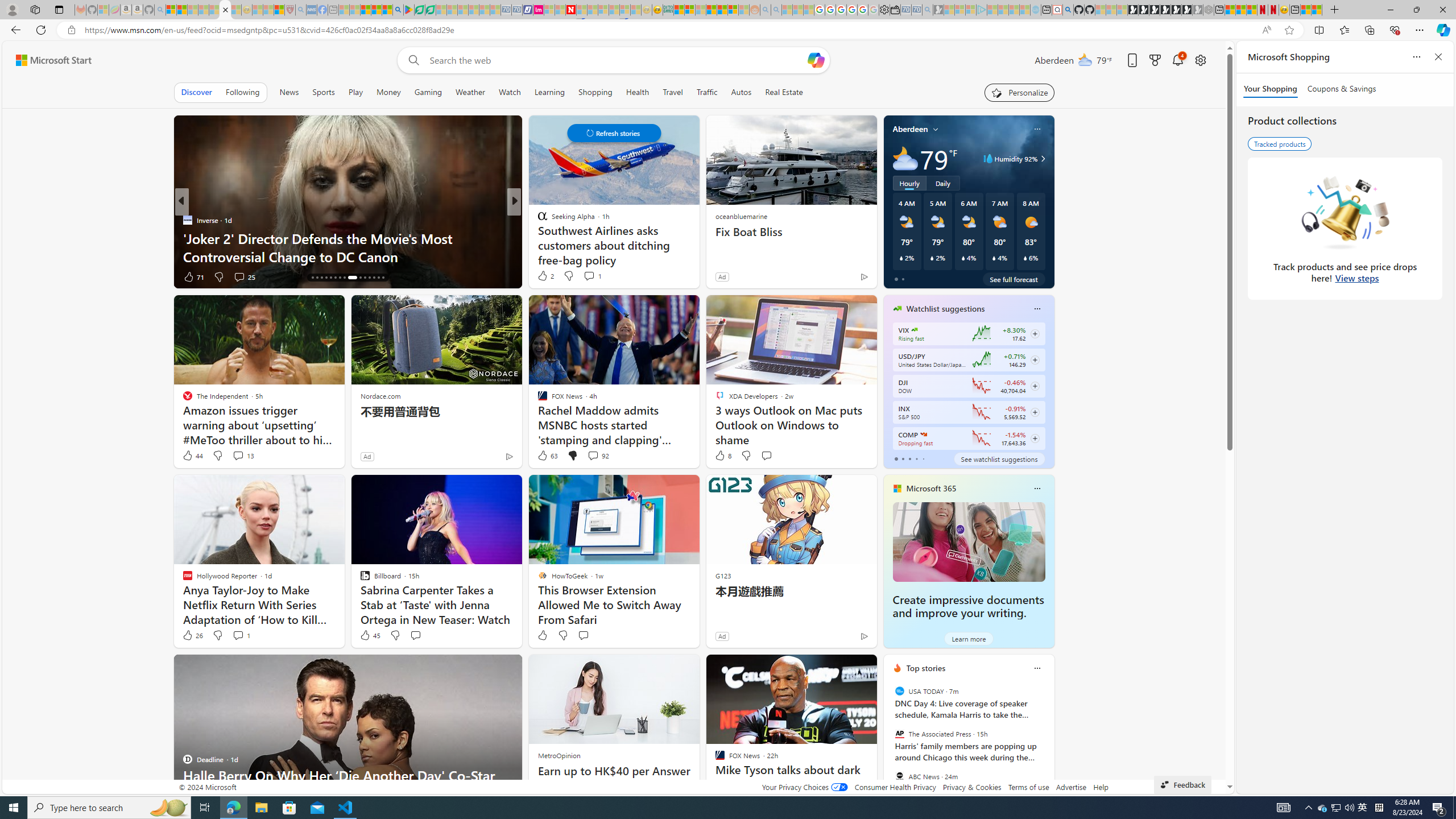 This screenshot has height=819, width=1456. Describe the element at coordinates (712, 9) in the screenshot. I see `'Expert Portfolios'` at that location.